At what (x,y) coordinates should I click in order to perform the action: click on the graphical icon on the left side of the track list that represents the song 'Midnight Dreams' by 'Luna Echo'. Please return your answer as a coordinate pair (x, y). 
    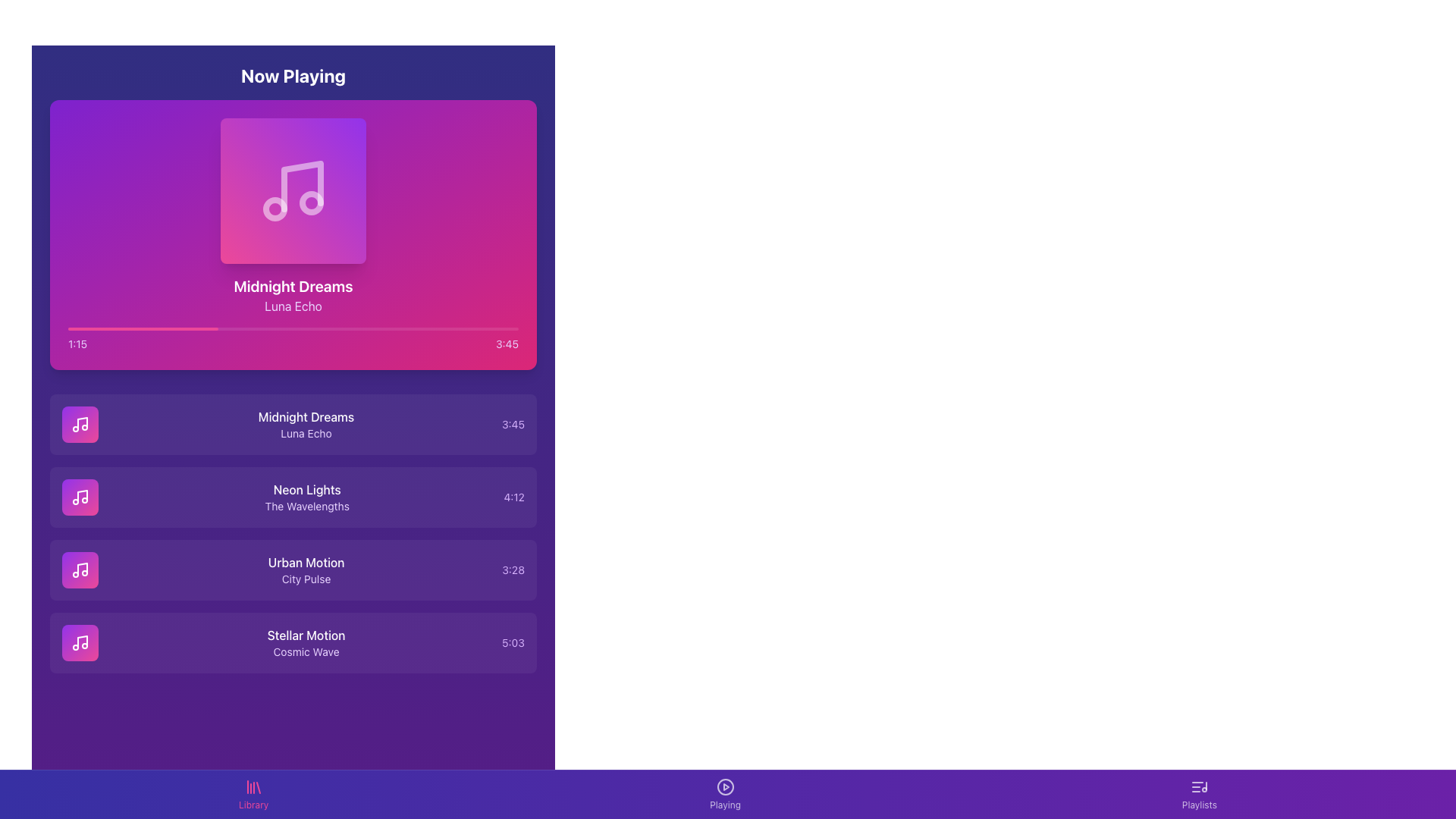
    Looking at the image, I should click on (79, 643).